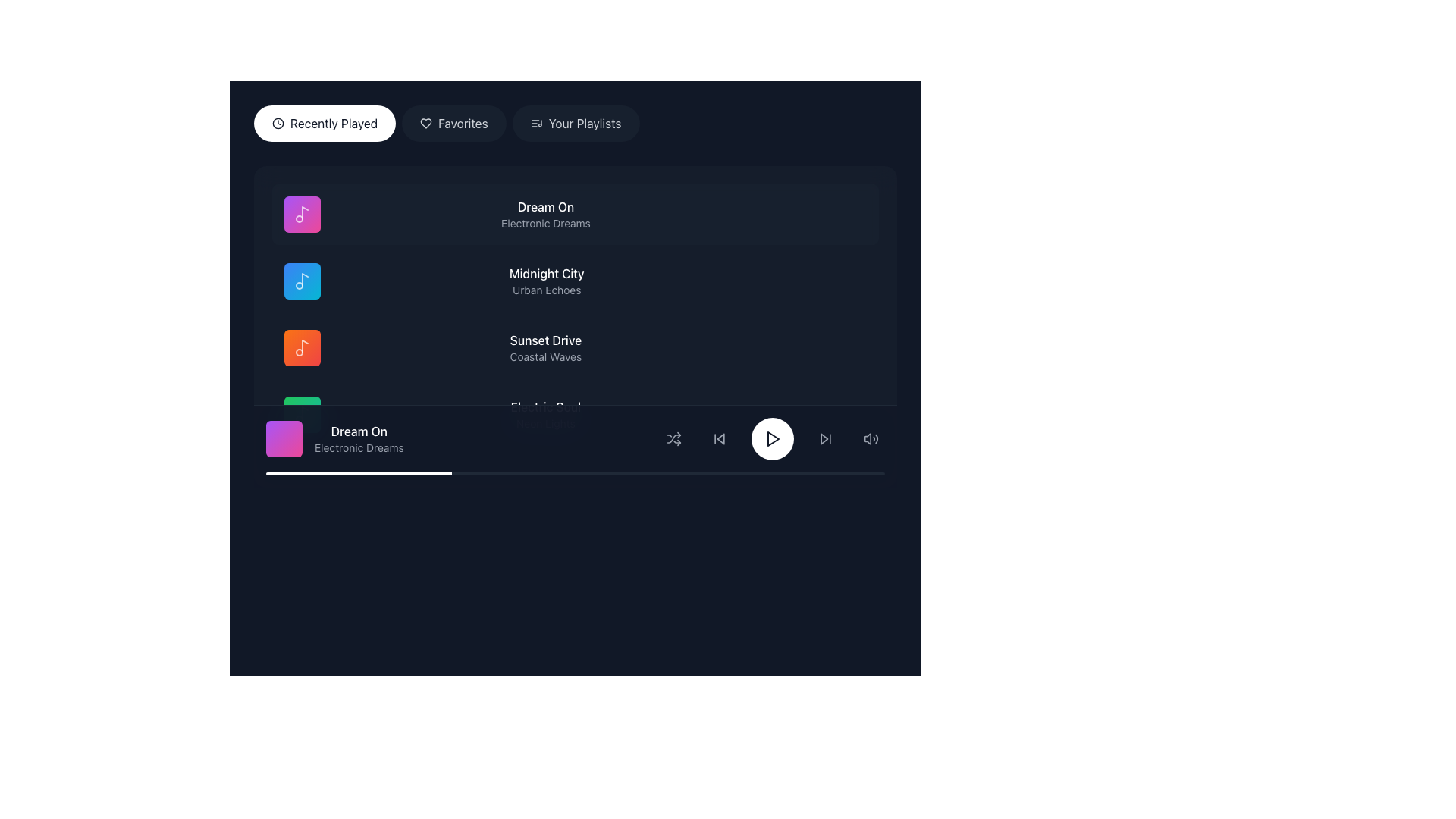 This screenshot has height=819, width=1456. Describe the element at coordinates (333, 122) in the screenshot. I see `the 'Recently Played' text label within the rounded button` at that location.